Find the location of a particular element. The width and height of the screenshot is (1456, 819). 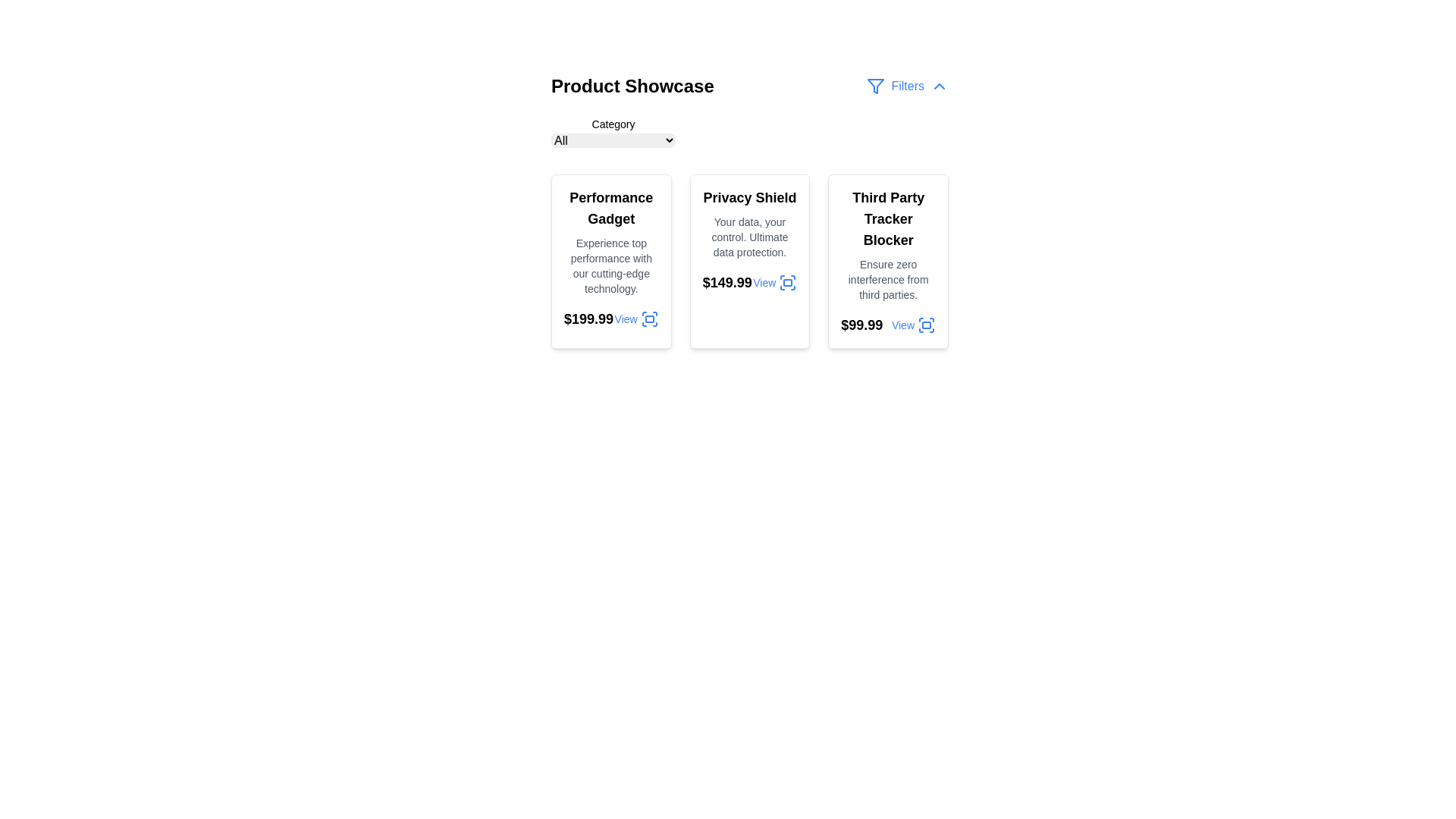

the clickable link with an icon located to the right of the price '$149.99' in the center card of the three horizontally aligned cards to change its appearance is located at coordinates (775, 283).